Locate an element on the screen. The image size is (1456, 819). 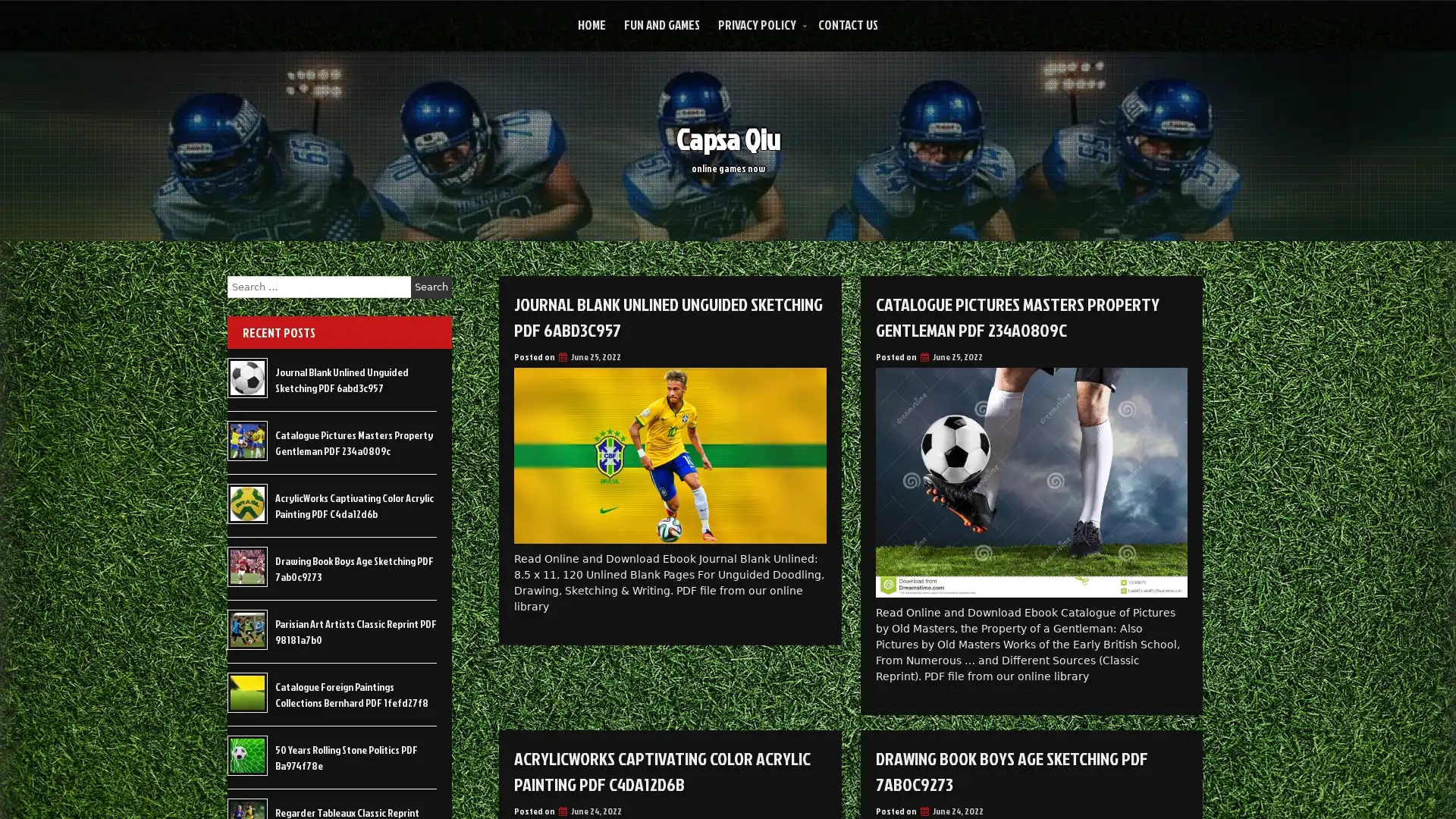
Search is located at coordinates (431, 287).